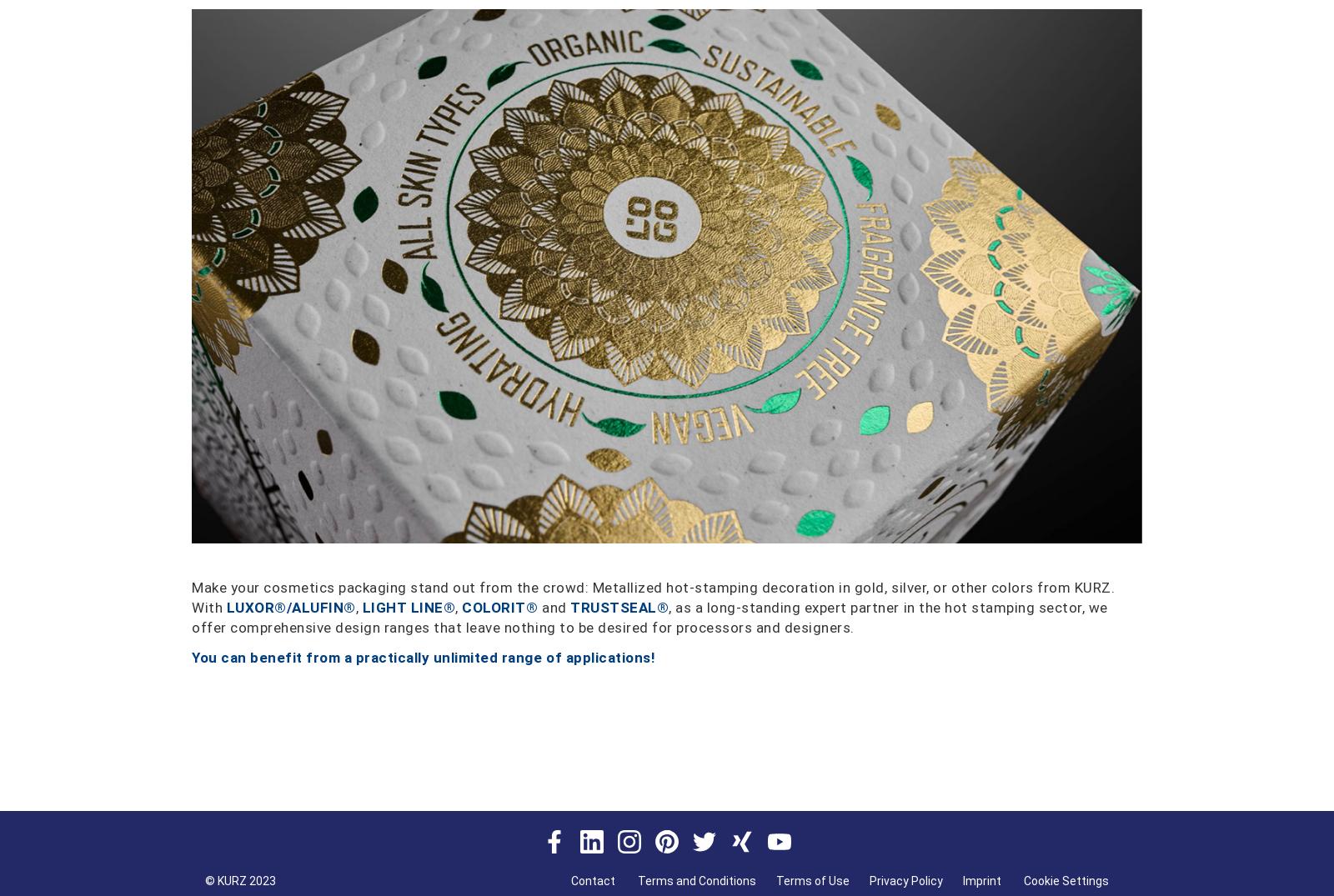 Image resolution: width=1334 pixels, height=896 pixels. Describe the element at coordinates (191, 655) in the screenshot. I see `'You can benefit from a practically unlimited range of applications!'` at that location.